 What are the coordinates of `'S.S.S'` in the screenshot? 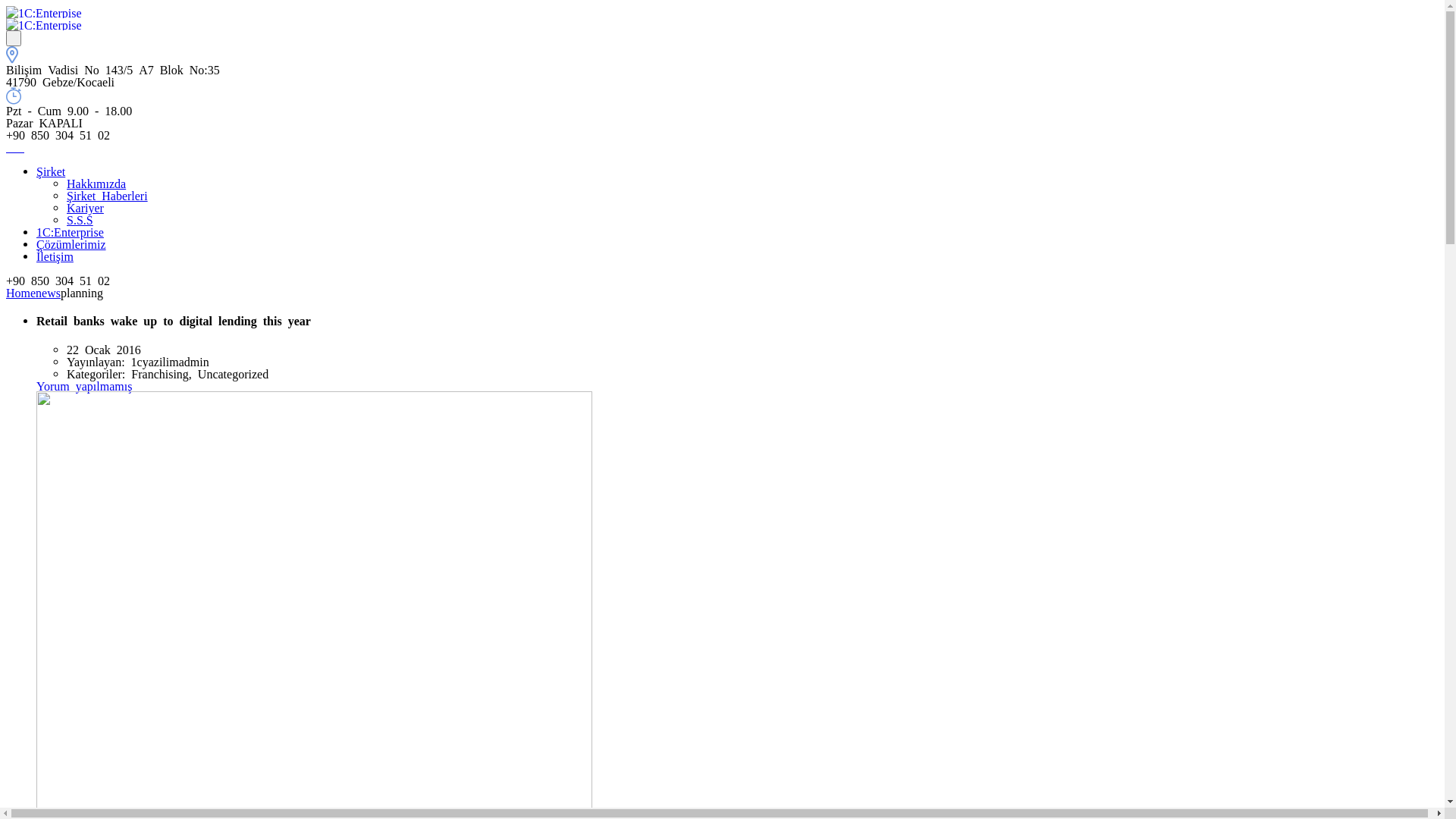 It's located at (79, 219).